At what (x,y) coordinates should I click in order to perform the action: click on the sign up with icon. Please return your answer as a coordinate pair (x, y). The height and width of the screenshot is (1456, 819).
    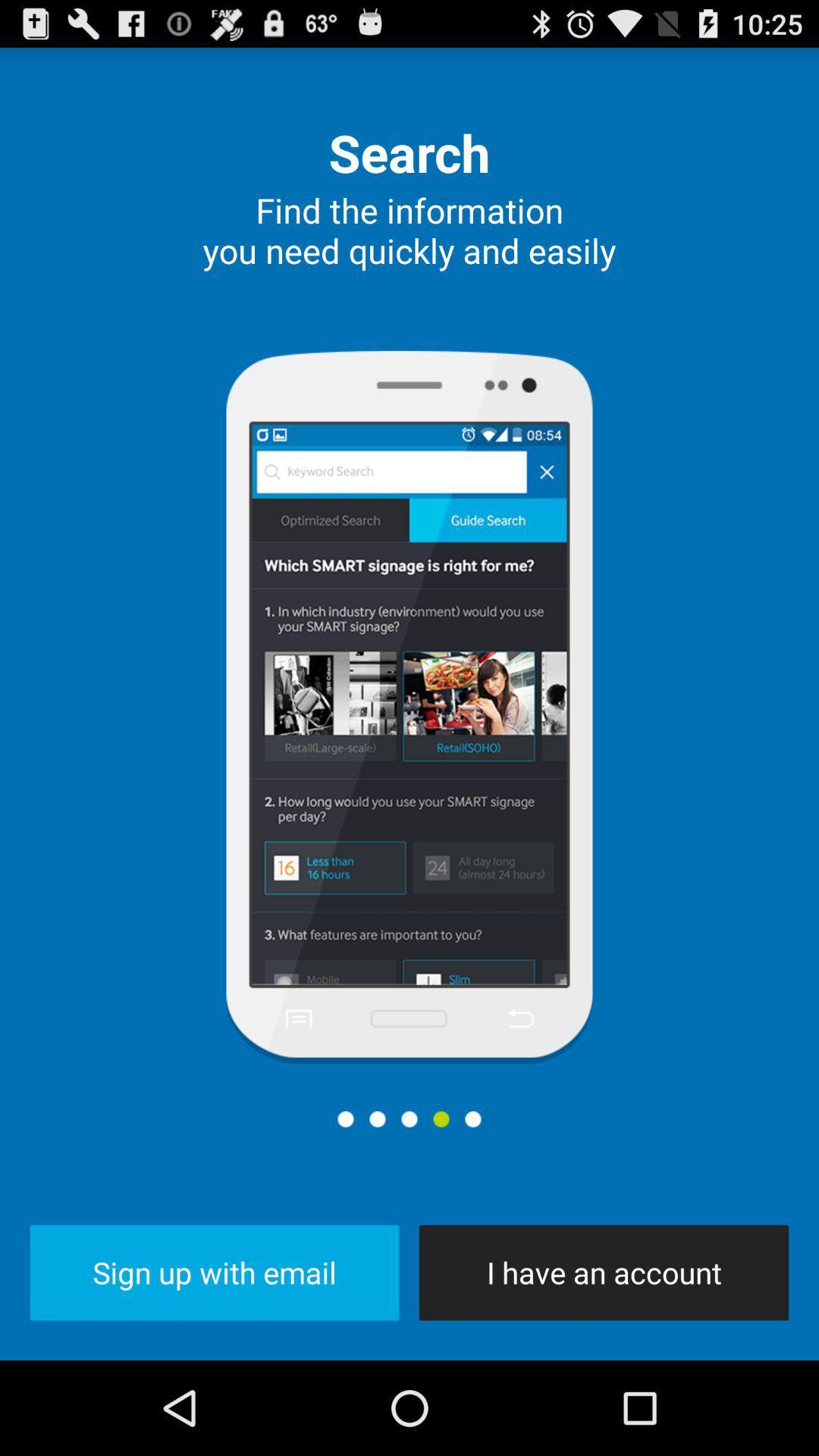
    Looking at the image, I should click on (215, 1272).